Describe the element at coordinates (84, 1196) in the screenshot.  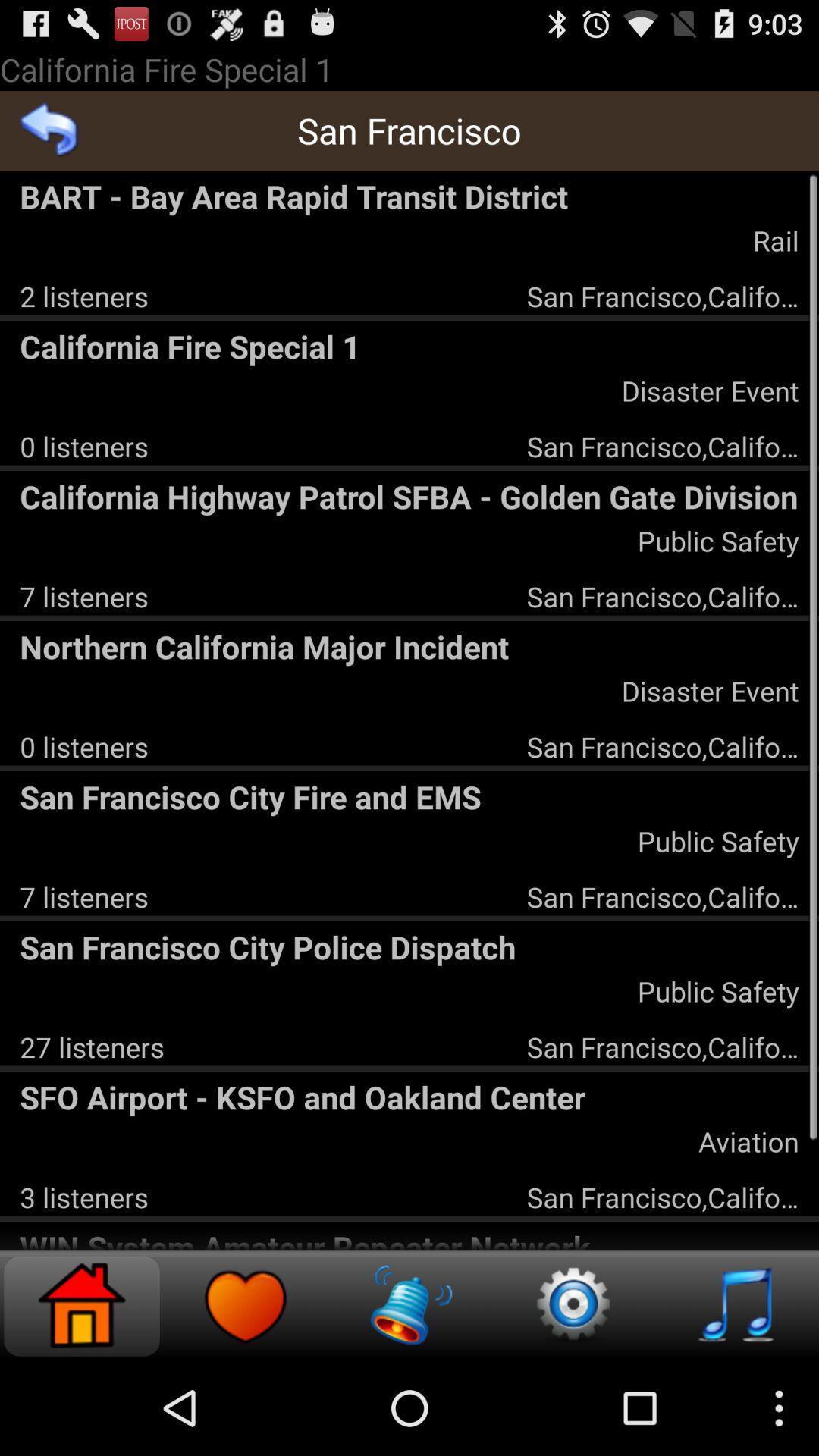
I see `3 listeners app` at that location.